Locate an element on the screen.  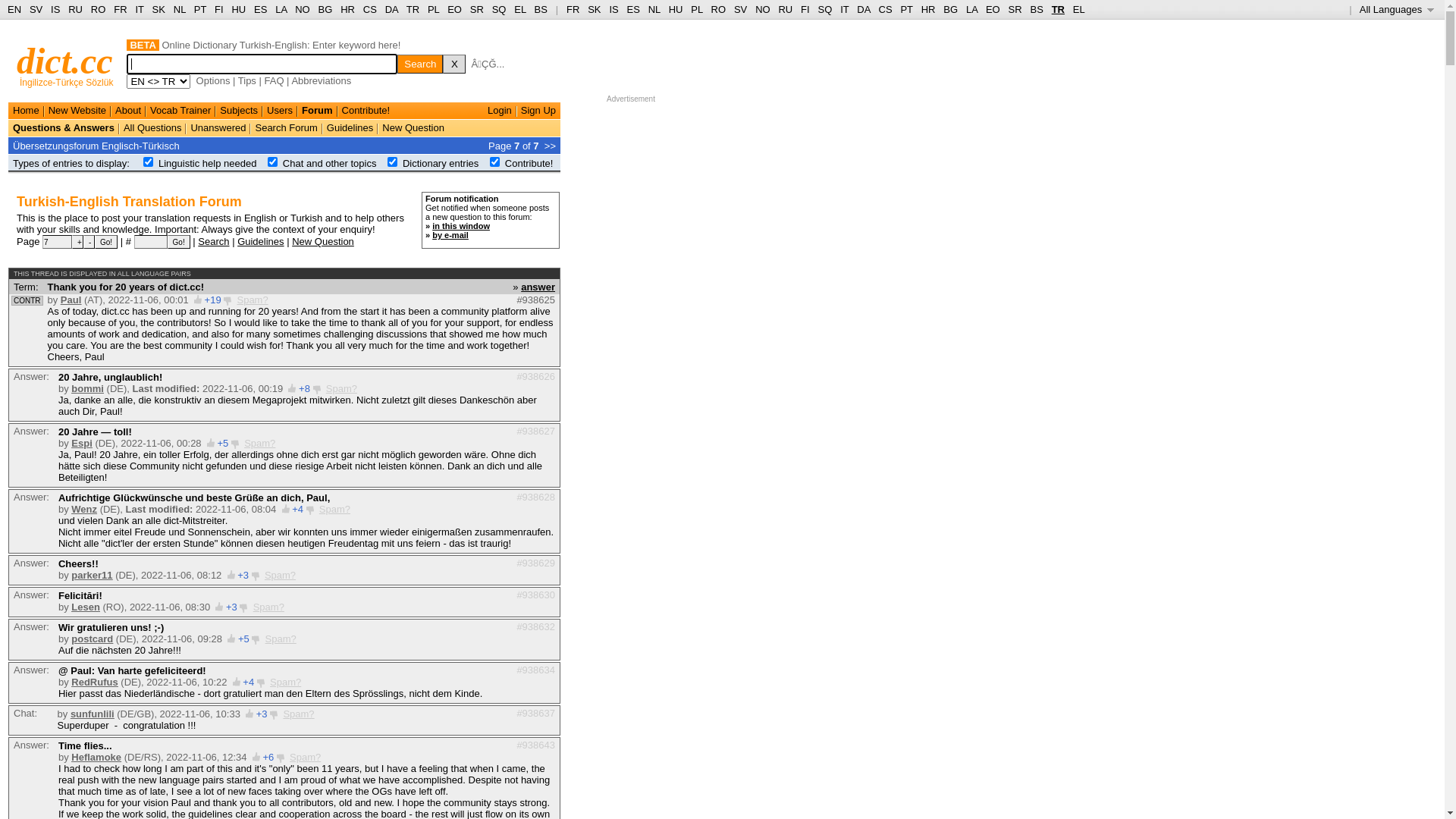
'PL' is located at coordinates (427, 9).